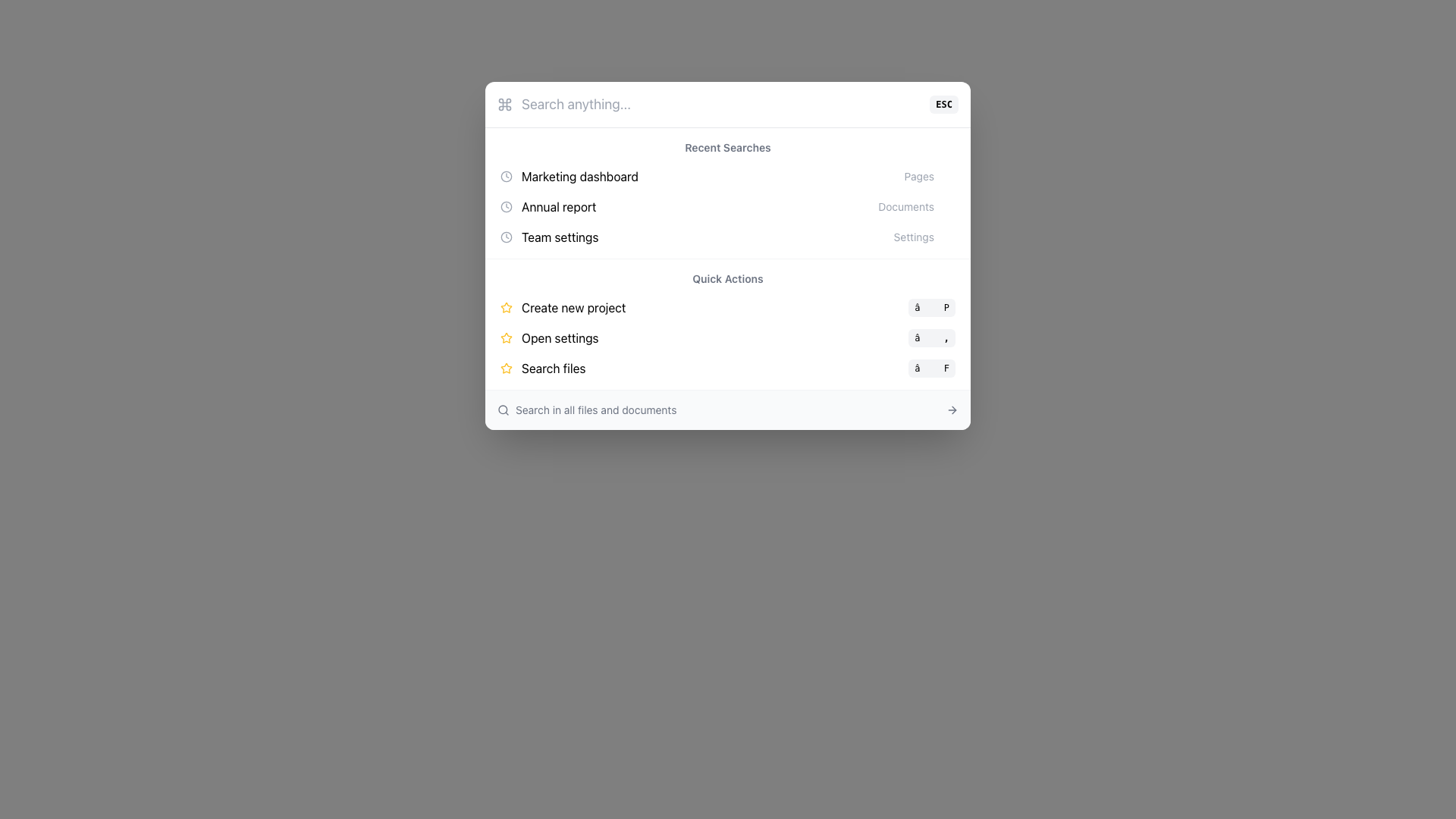 This screenshot has height=819, width=1456. Describe the element at coordinates (506, 337) in the screenshot. I see `the 'Create new project' icon in the 'Quick Actions' section, which is the first icon in the row` at that location.